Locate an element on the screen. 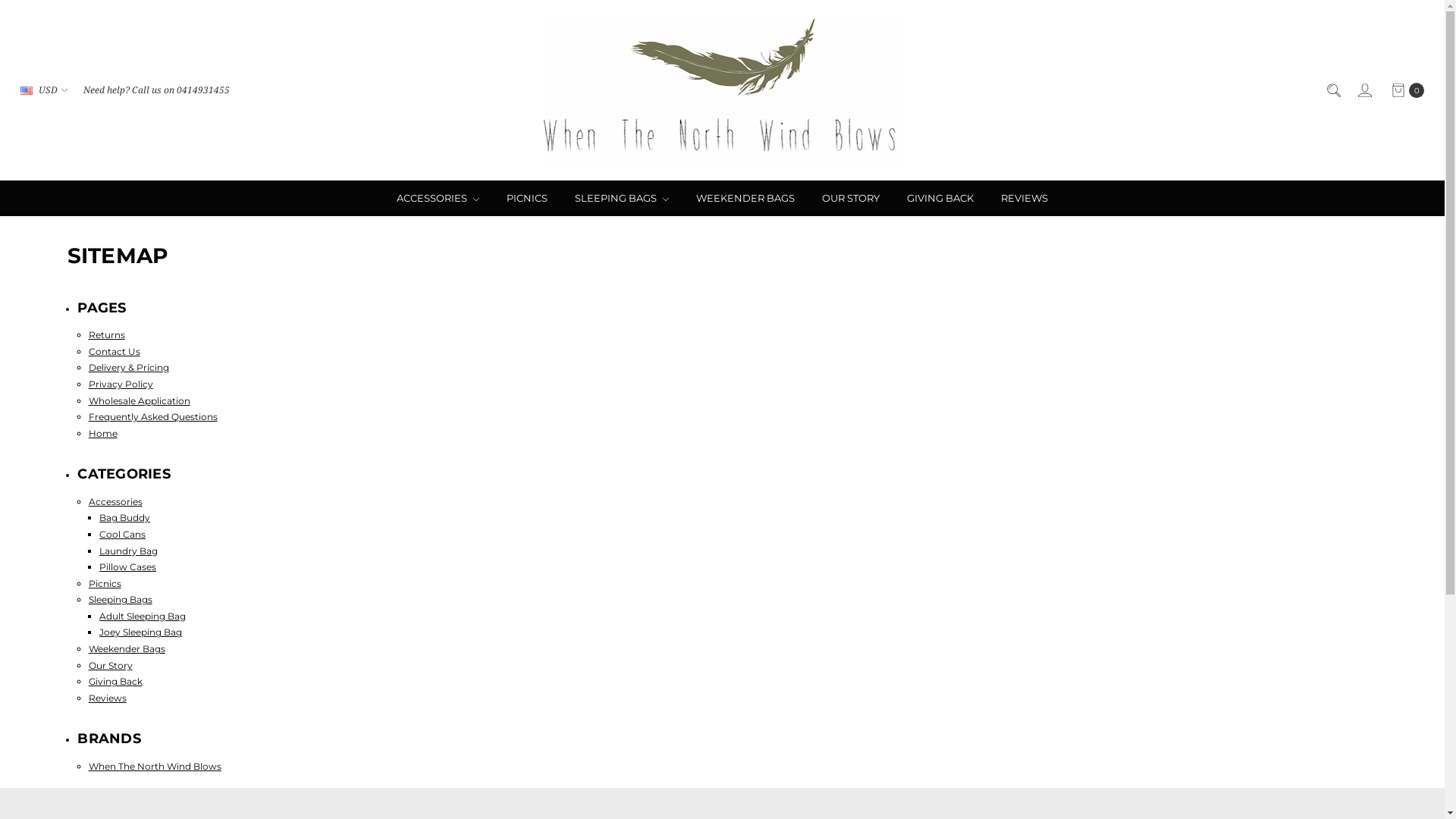 This screenshot has height=819, width=1456. 'SLEEPING BAGS' is located at coordinates (622, 197).